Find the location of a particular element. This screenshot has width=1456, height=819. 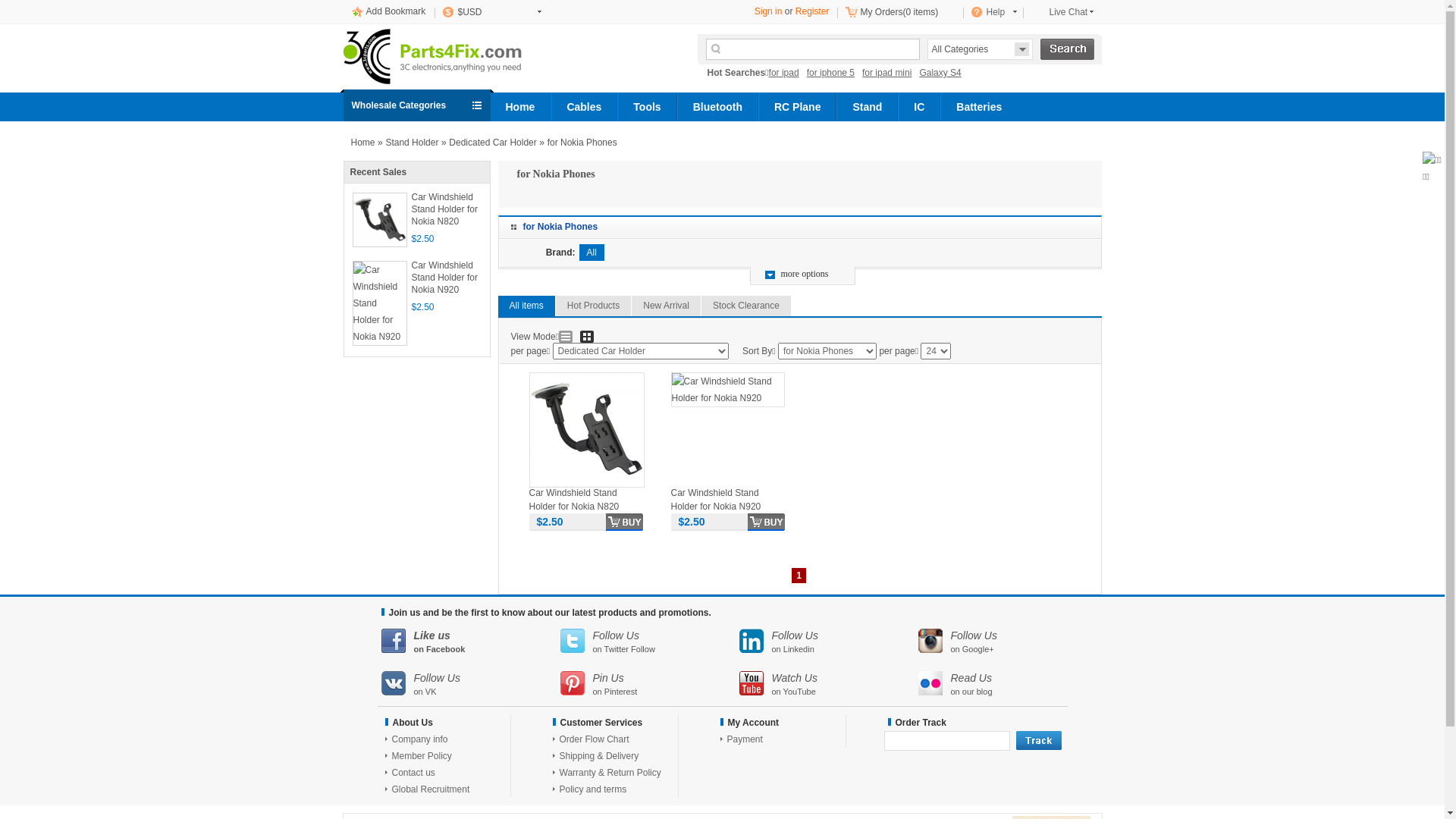

'Pin Us is located at coordinates (648, 683).